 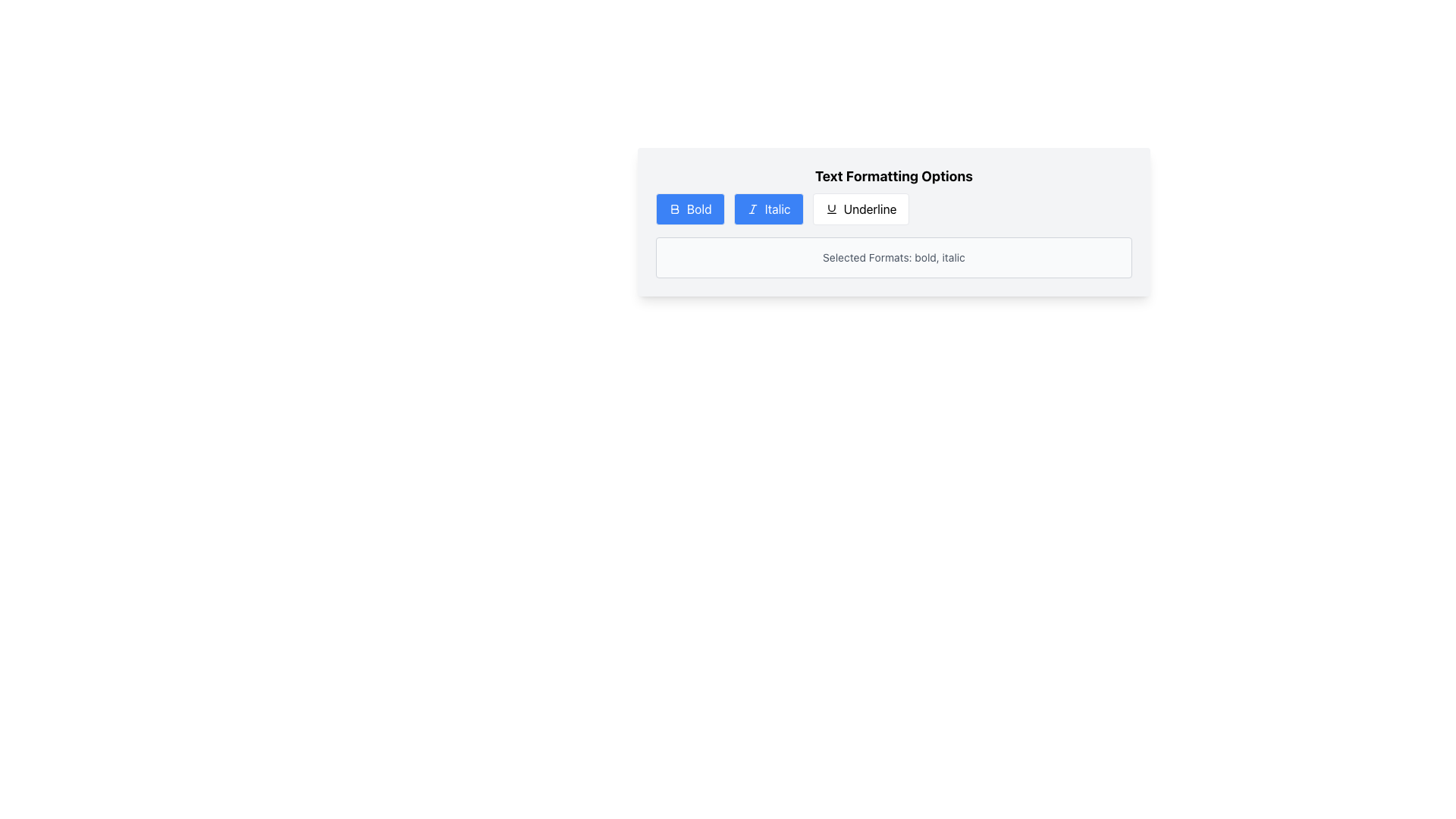 I want to click on the 'Underline' button in the text formatting options group to apply underline formatting to the selected text, so click(x=894, y=209).